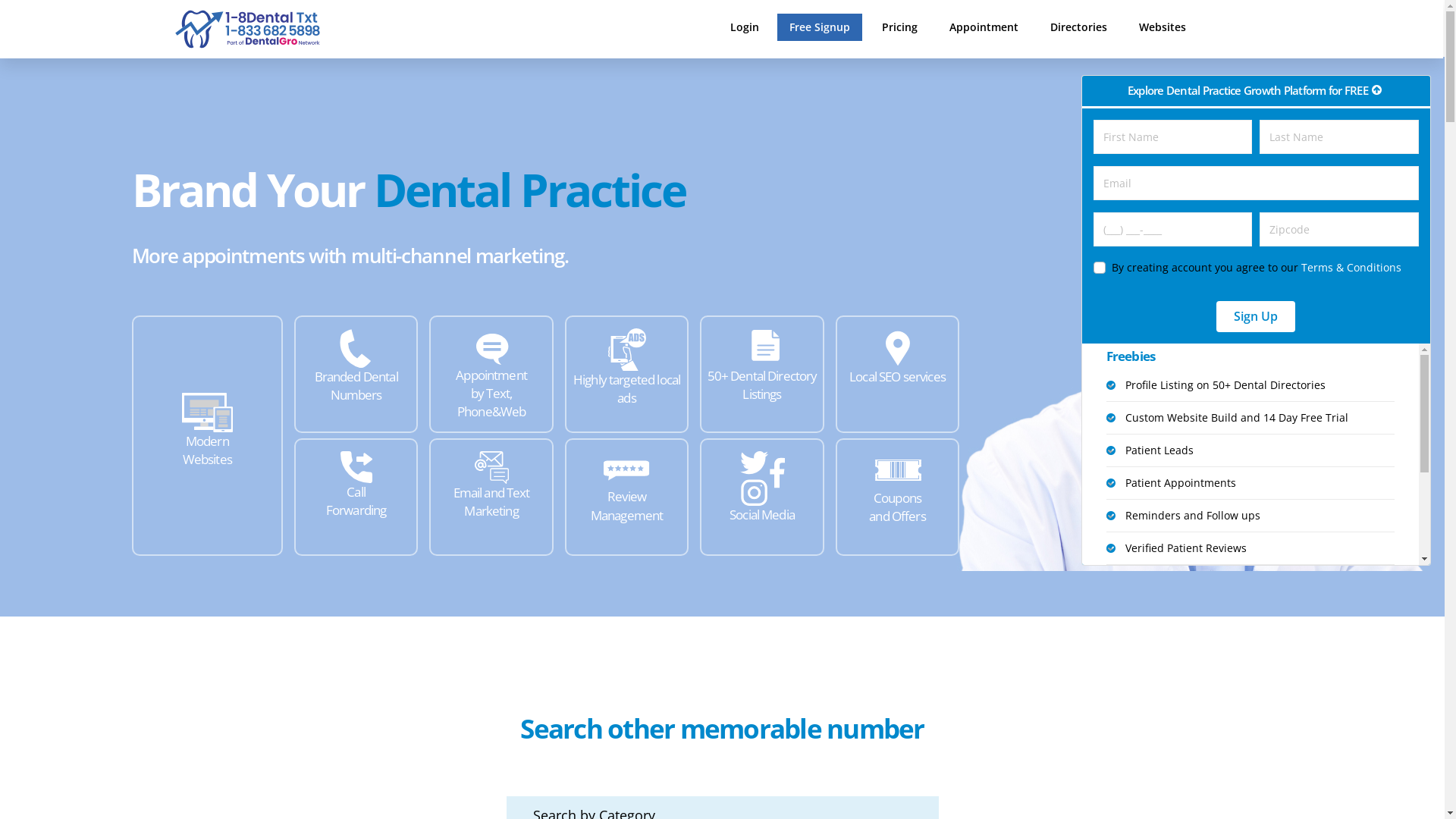  Describe the element at coordinates (491, 374) in the screenshot. I see `'Appointment` at that location.